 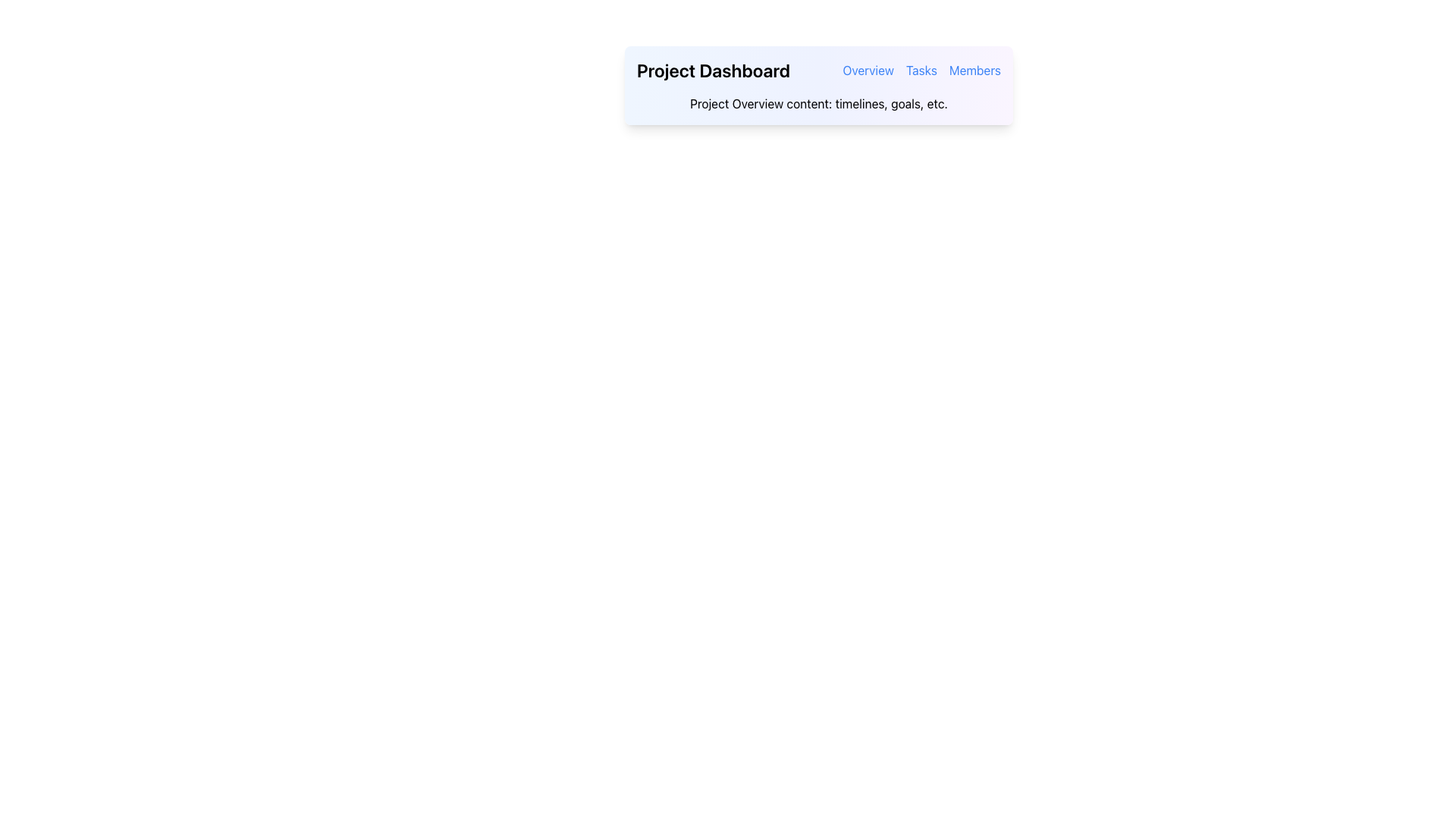 I want to click on the 'Members' text link in the top-right navigation bar, so click(x=975, y=70).